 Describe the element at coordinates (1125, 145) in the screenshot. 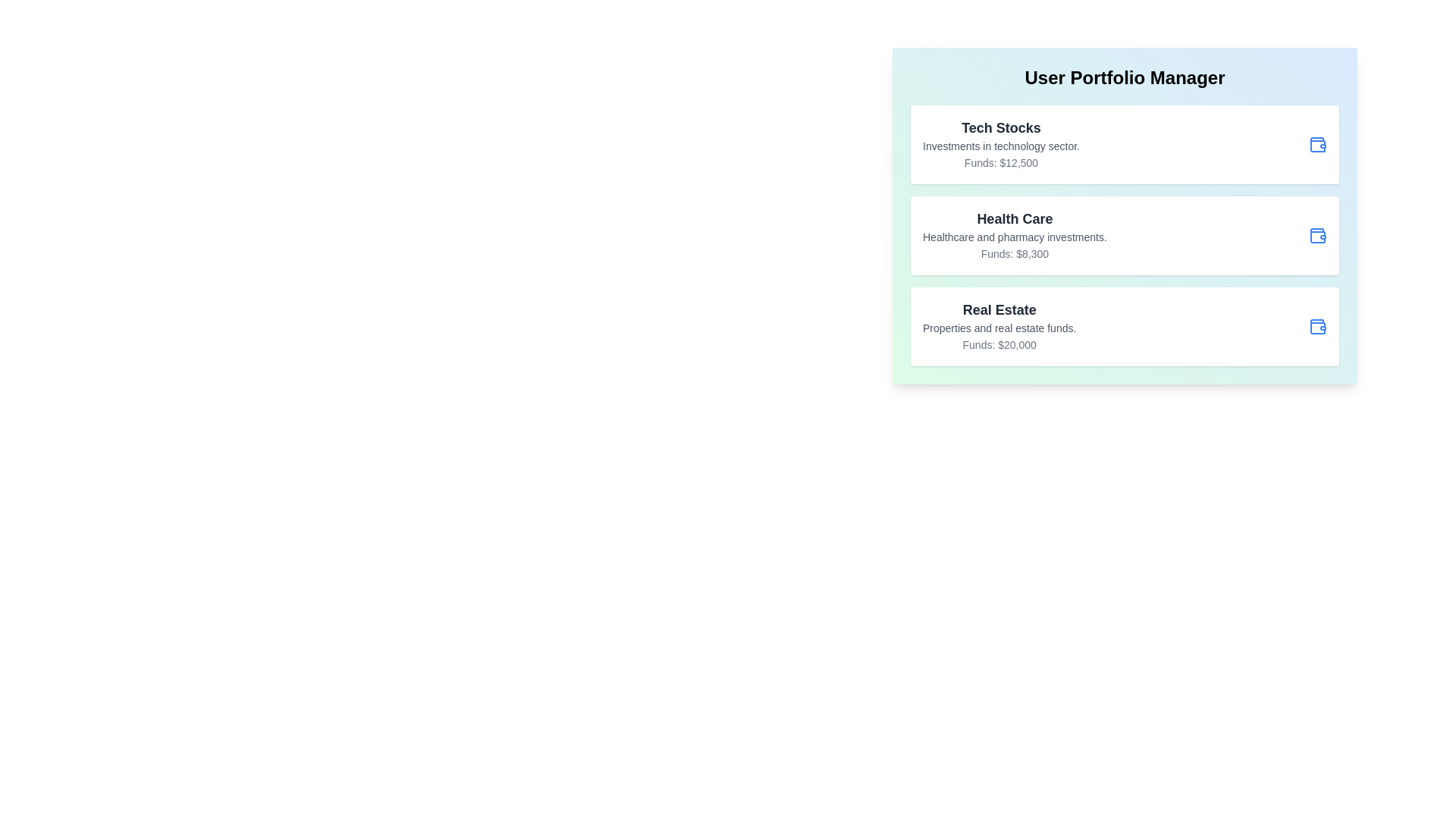

I see `the portfolio item labeled Tech Stocks` at that location.